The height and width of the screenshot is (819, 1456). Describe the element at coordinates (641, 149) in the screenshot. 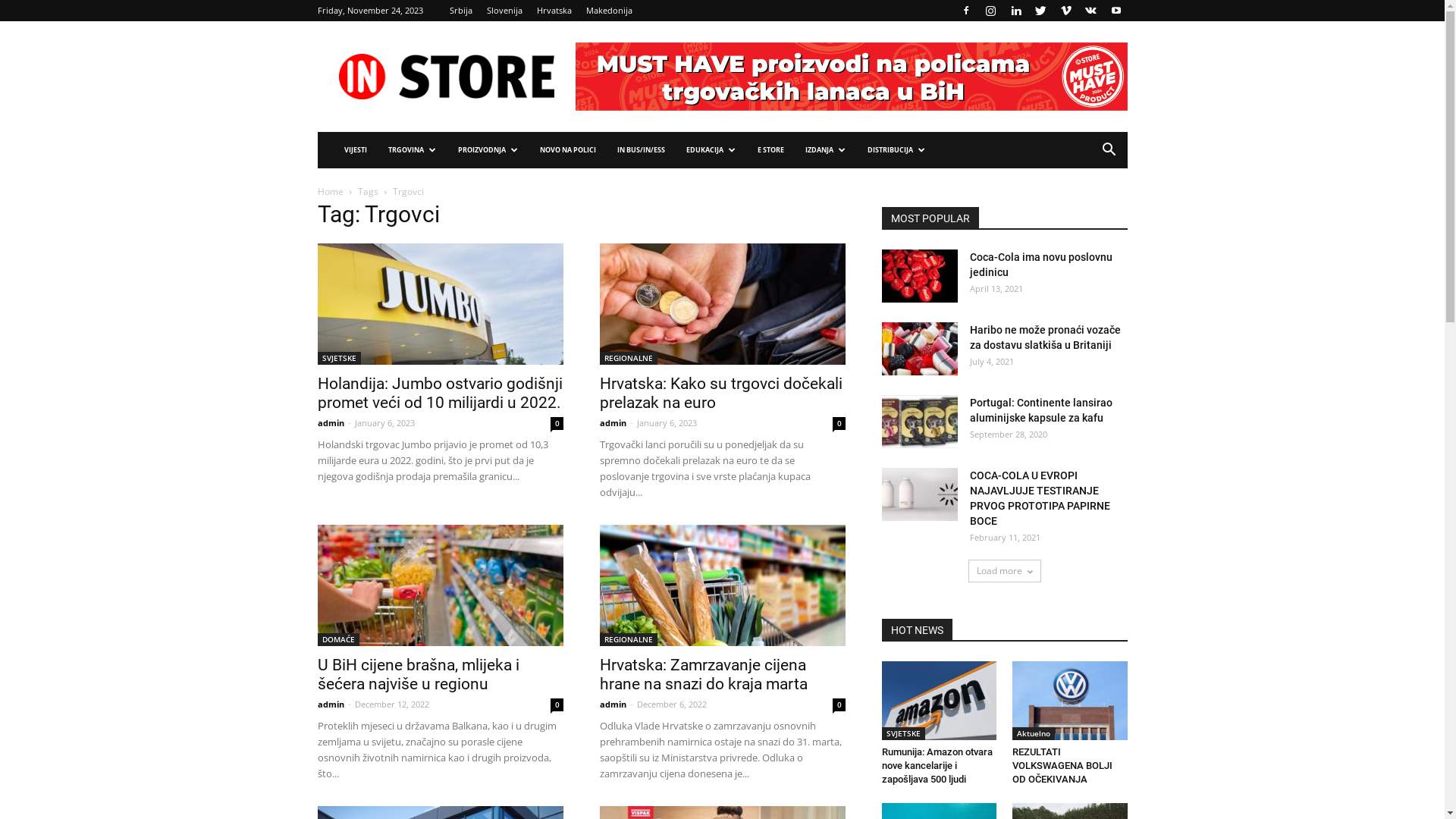

I see `'IN BUS/IN/ESS'` at that location.